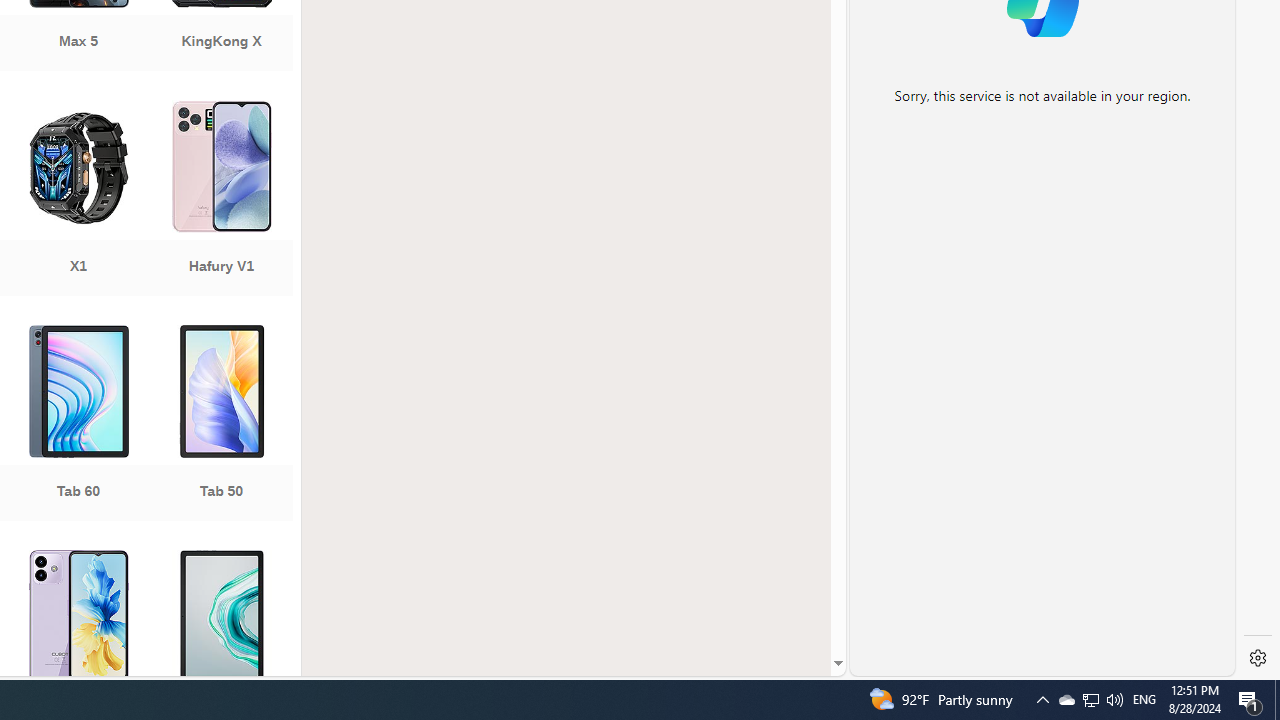  What do you see at coordinates (78, 200) in the screenshot?
I see `'X1'` at bounding box center [78, 200].